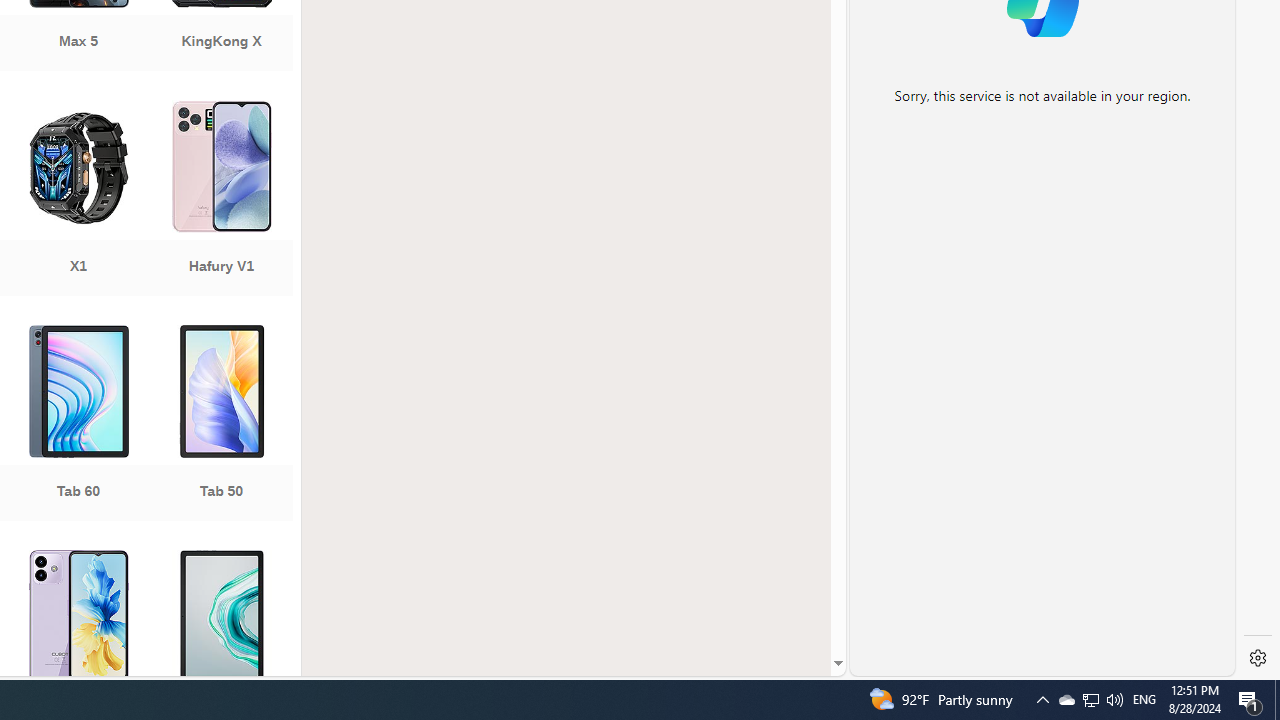  What do you see at coordinates (78, 200) in the screenshot?
I see `'X1'` at bounding box center [78, 200].